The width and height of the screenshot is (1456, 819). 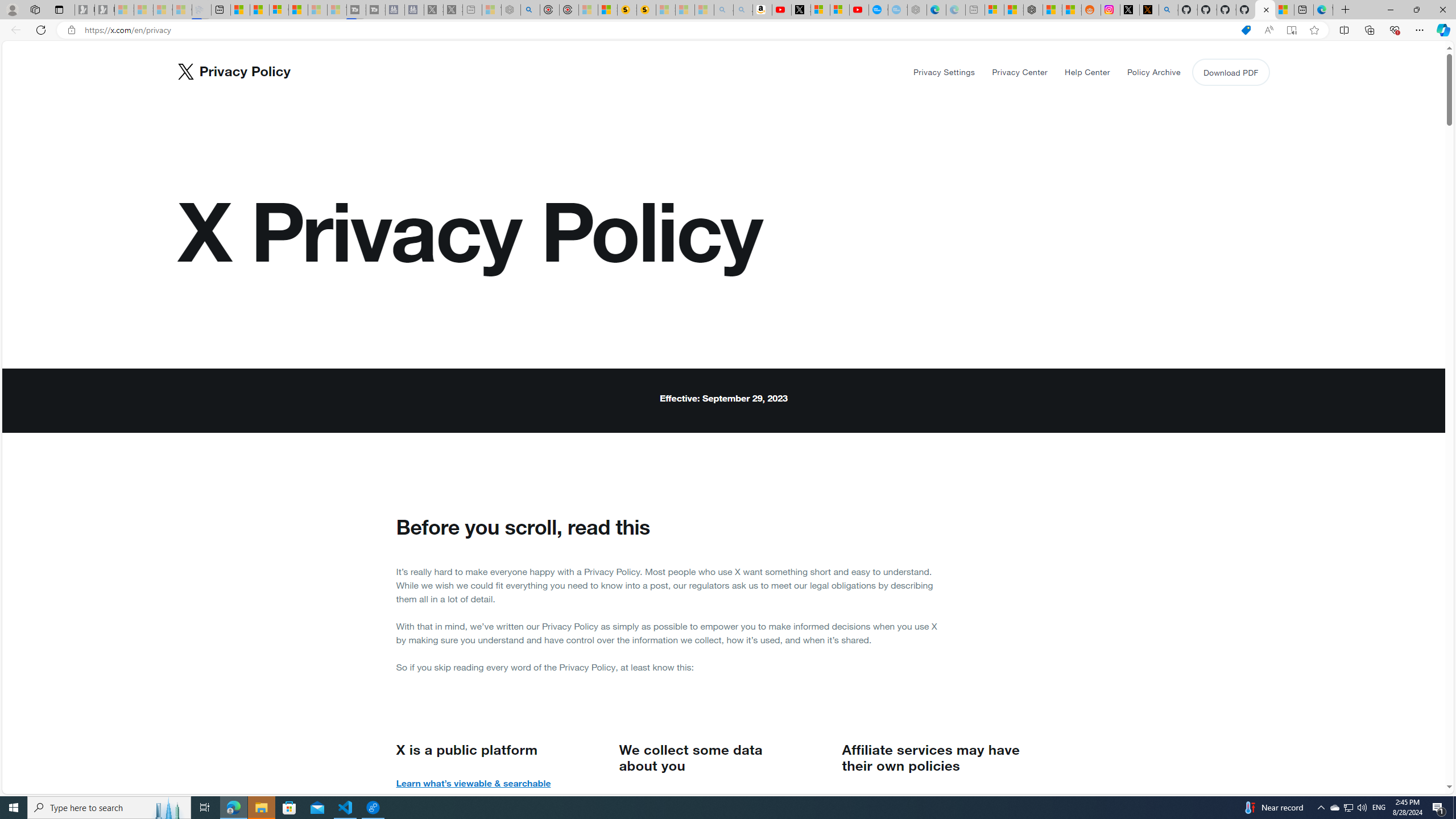 I want to click on 'Help Center', so click(x=1087, y=72).